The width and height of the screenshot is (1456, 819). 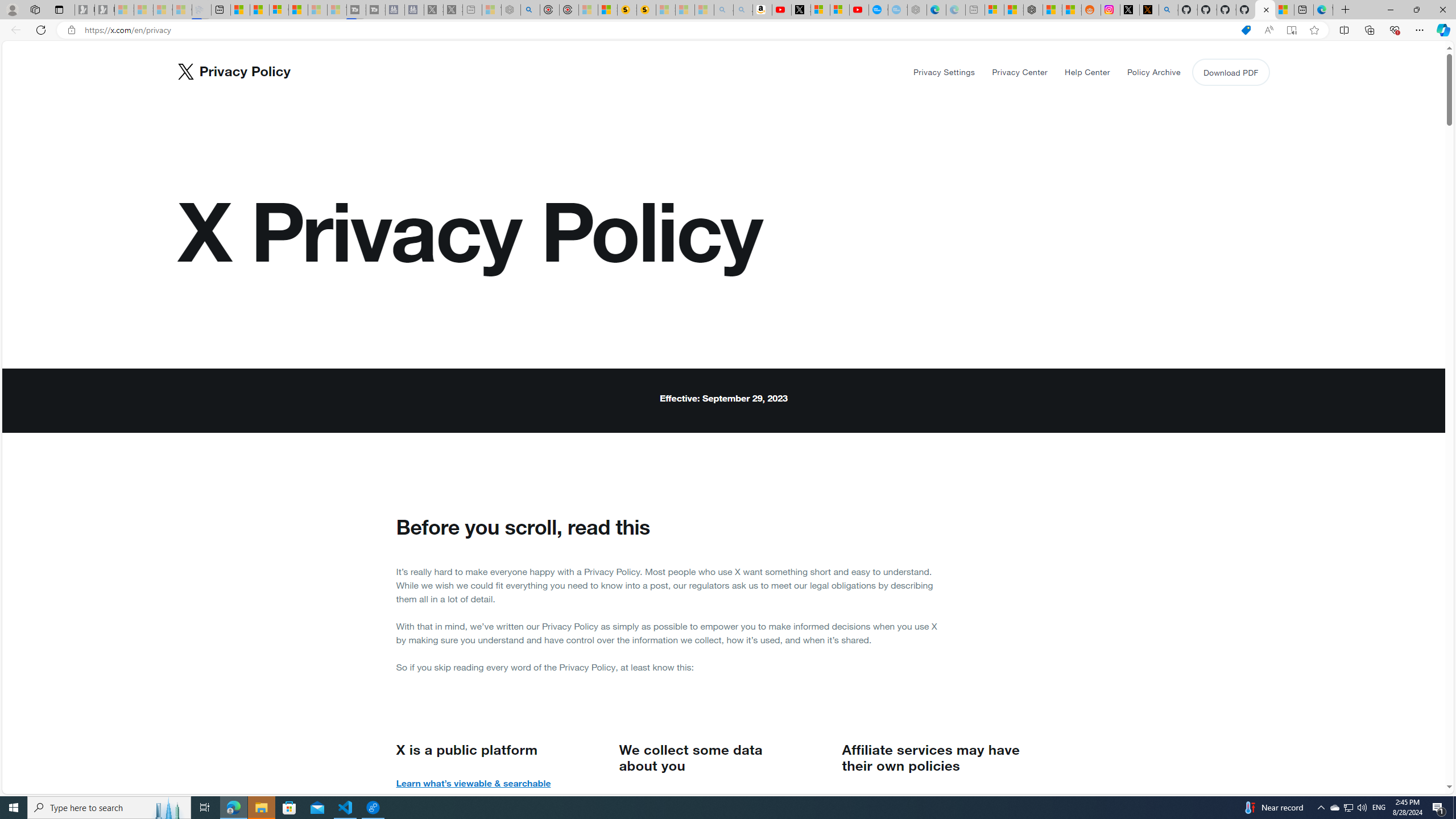 I want to click on 'Help Center', so click(x=1087, y=72).